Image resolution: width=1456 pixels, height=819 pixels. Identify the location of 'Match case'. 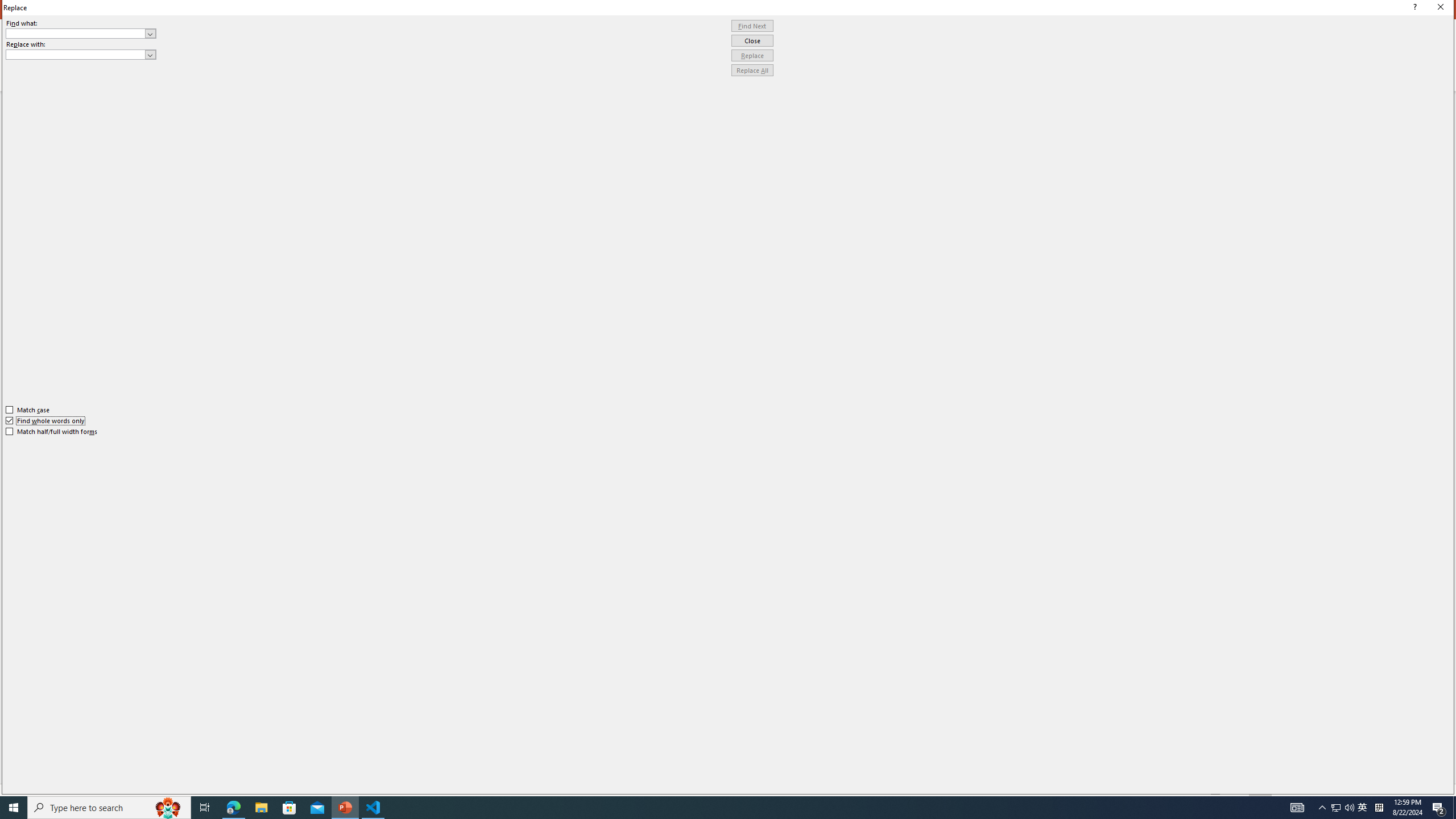
(27, 409).